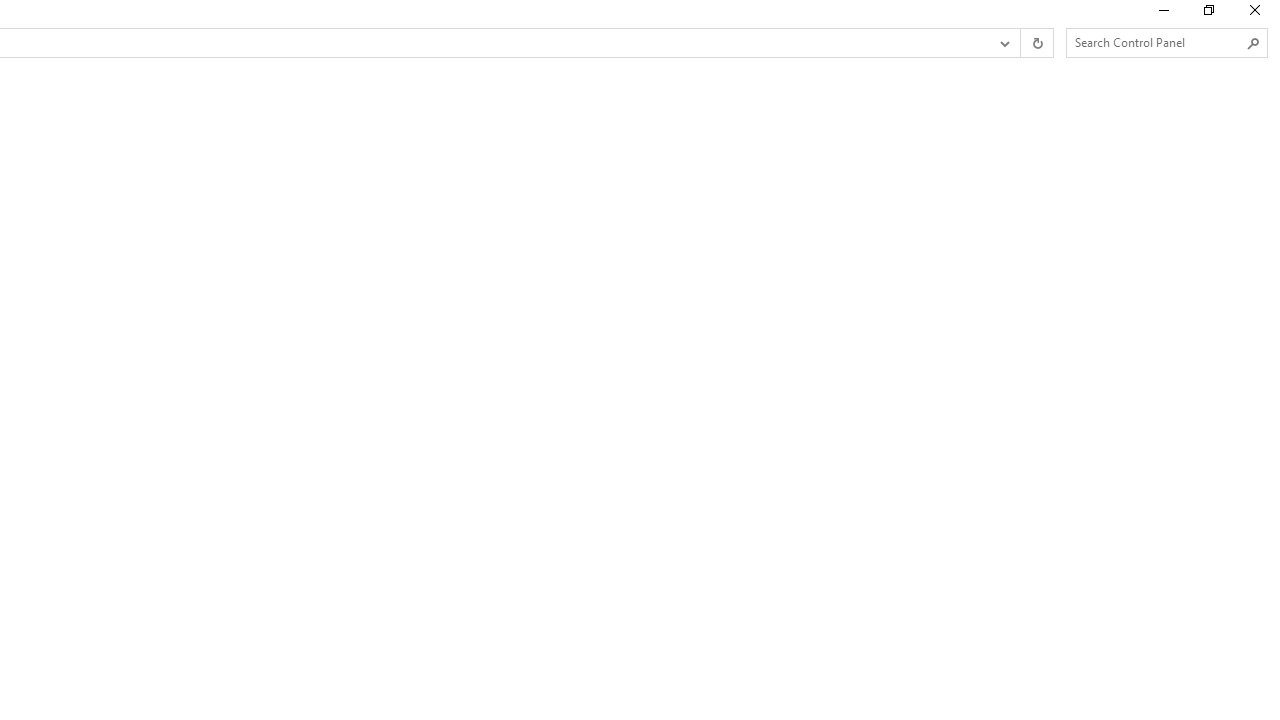  I want to click on 'Refresh "Work Folders" (F5)', so click(1036, 43).